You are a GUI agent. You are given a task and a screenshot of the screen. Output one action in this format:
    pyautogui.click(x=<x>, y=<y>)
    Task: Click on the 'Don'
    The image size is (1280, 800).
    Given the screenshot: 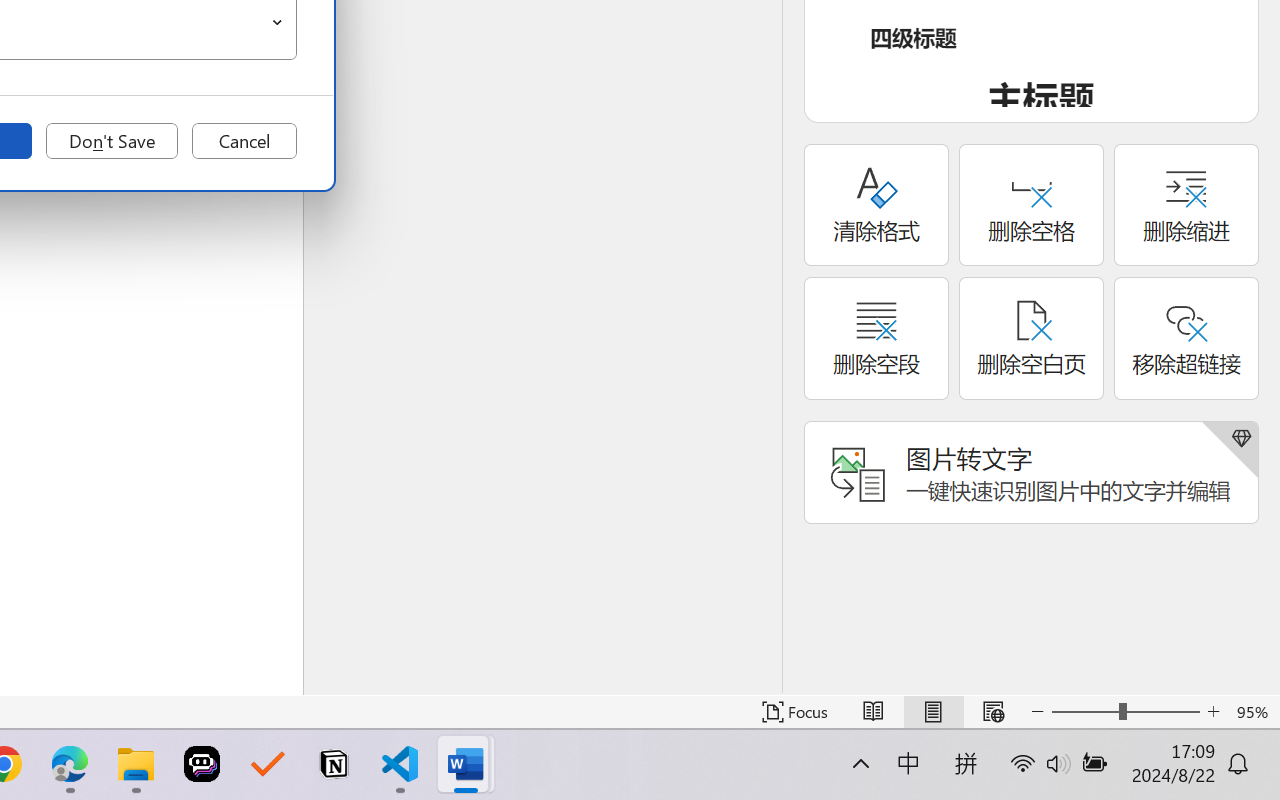 What is the action you would take?
    pyautogui.click(x=111, y=141)
    